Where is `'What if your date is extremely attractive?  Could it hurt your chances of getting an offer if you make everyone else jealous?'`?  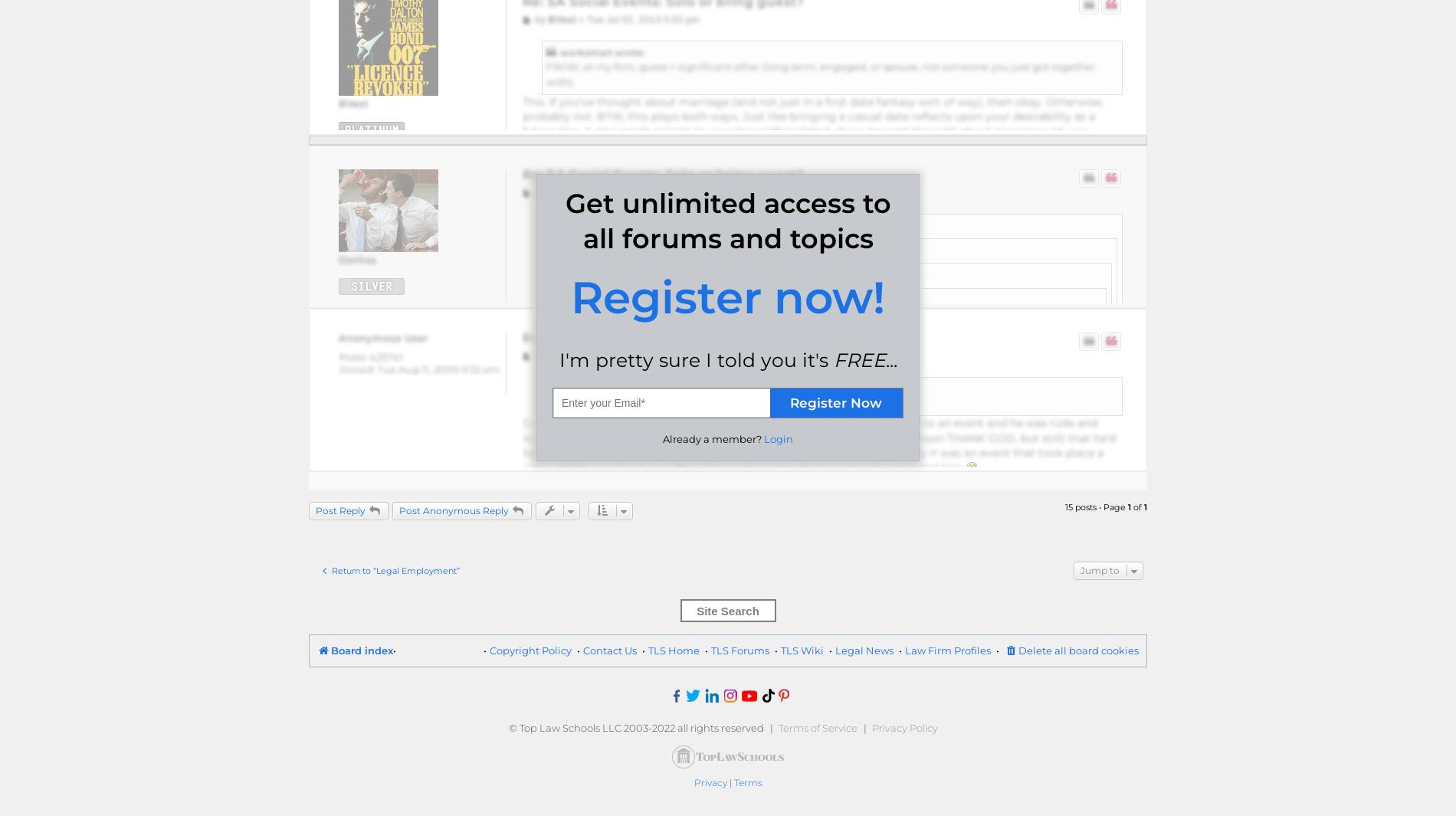
'What if your date is extremely attractive?  Could it hurt your chances of getting an offer if you make everyone else jealous?' is located at coordinates (841, 320).